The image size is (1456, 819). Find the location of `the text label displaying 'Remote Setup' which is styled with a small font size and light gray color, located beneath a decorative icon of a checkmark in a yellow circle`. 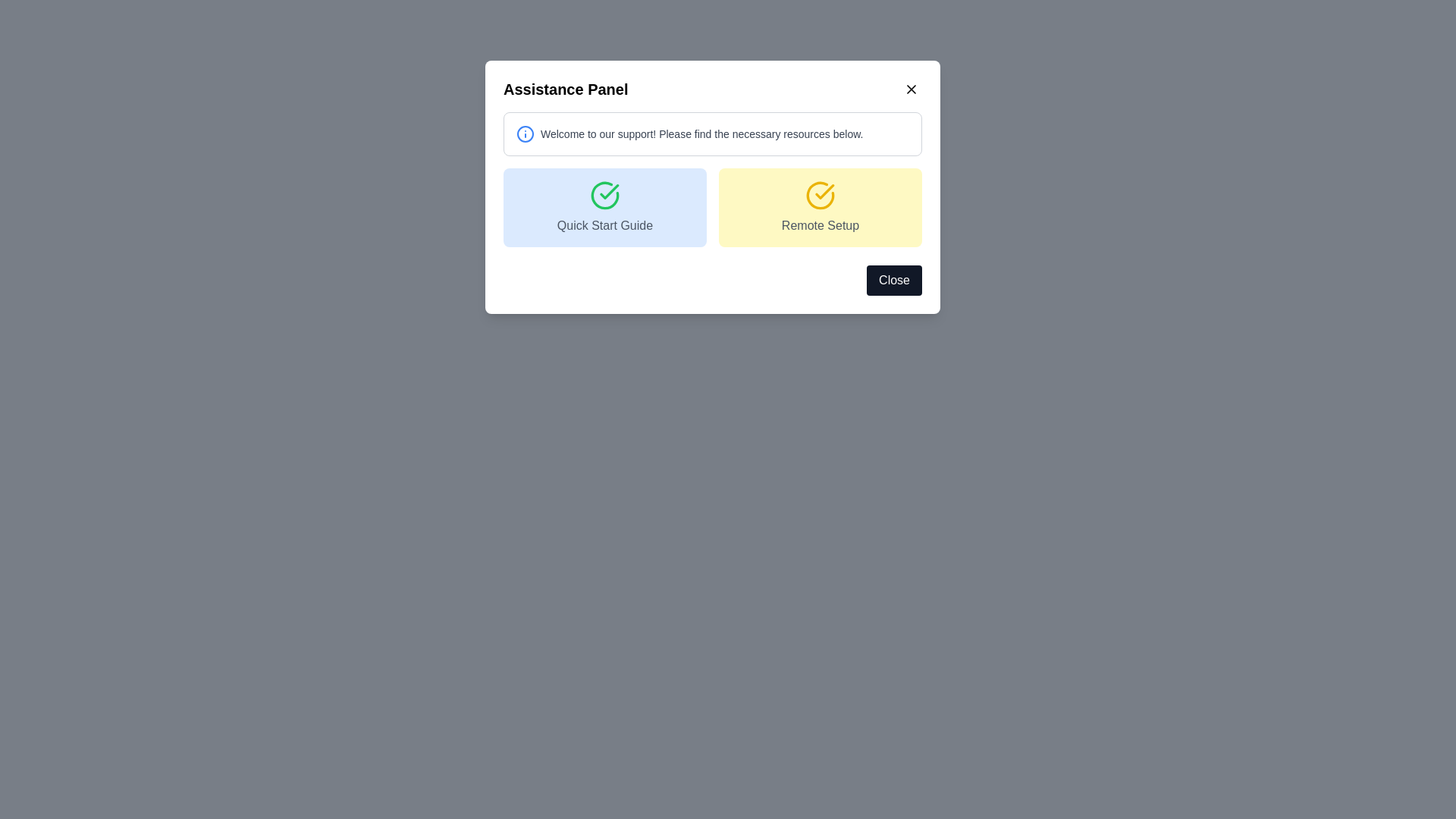

the text label displaying 'Remote Setup' which is styled with a small font size and light gray color, located beneath a decorative icon of a checkmark in a yellow circle is located at coordinates (819, 225).